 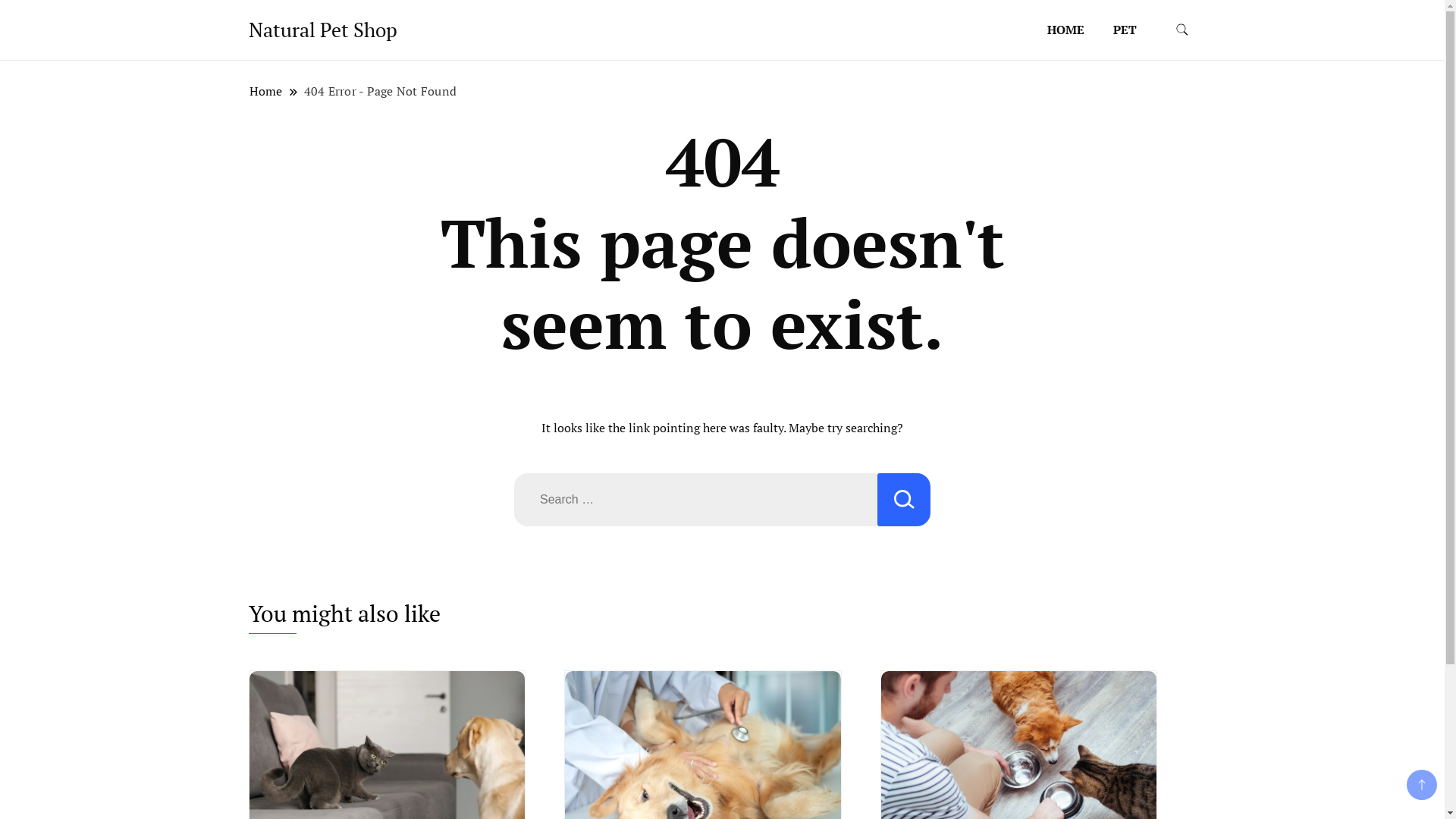 What do you see at coordinates (322, 29) in the screenshot?
I see `'Natural Pet Shop'` at bounding box center [322, 29].